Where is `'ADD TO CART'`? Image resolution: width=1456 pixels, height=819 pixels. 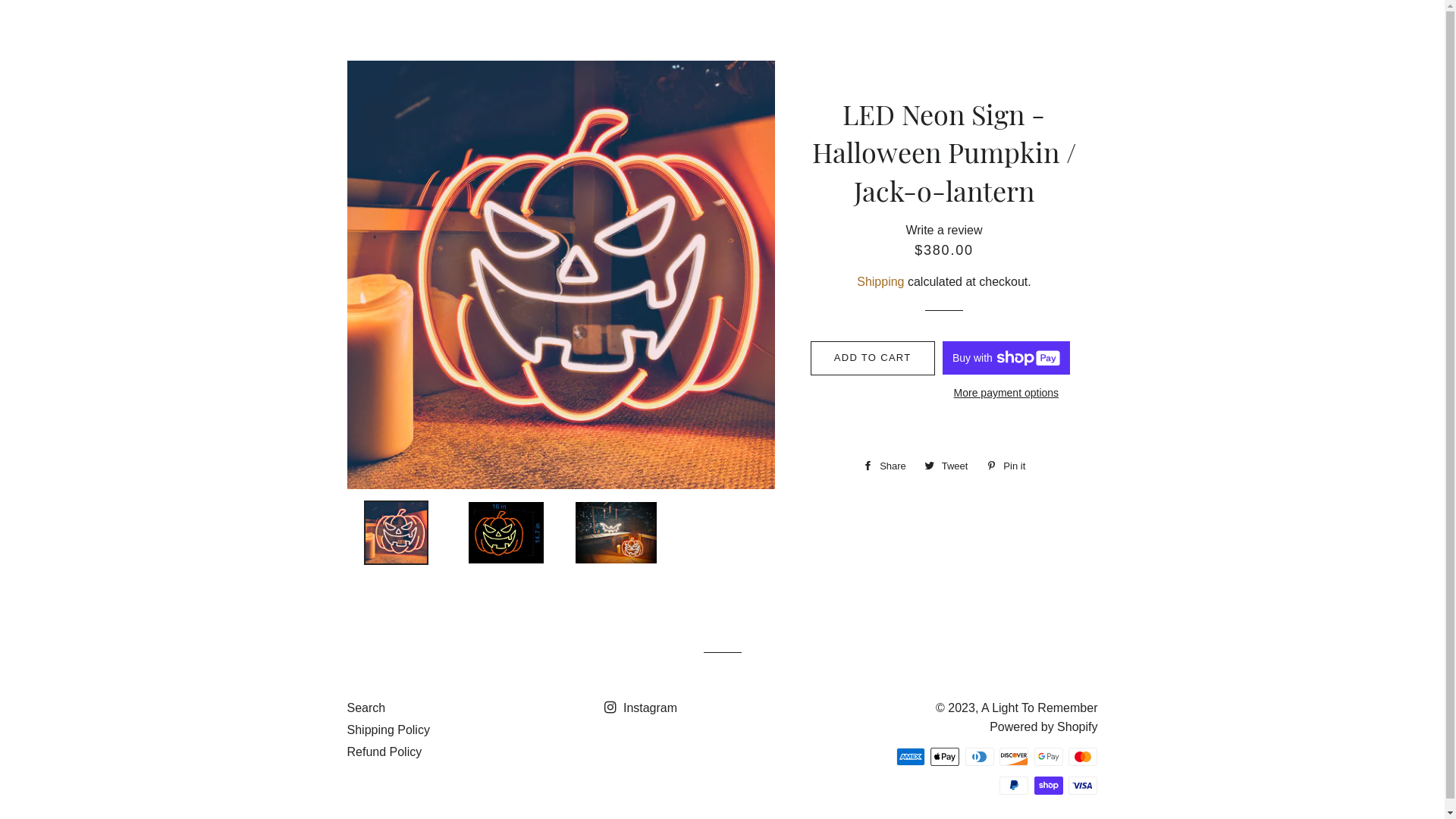
'ADD TO CART' is located at coordinates (873, 357).